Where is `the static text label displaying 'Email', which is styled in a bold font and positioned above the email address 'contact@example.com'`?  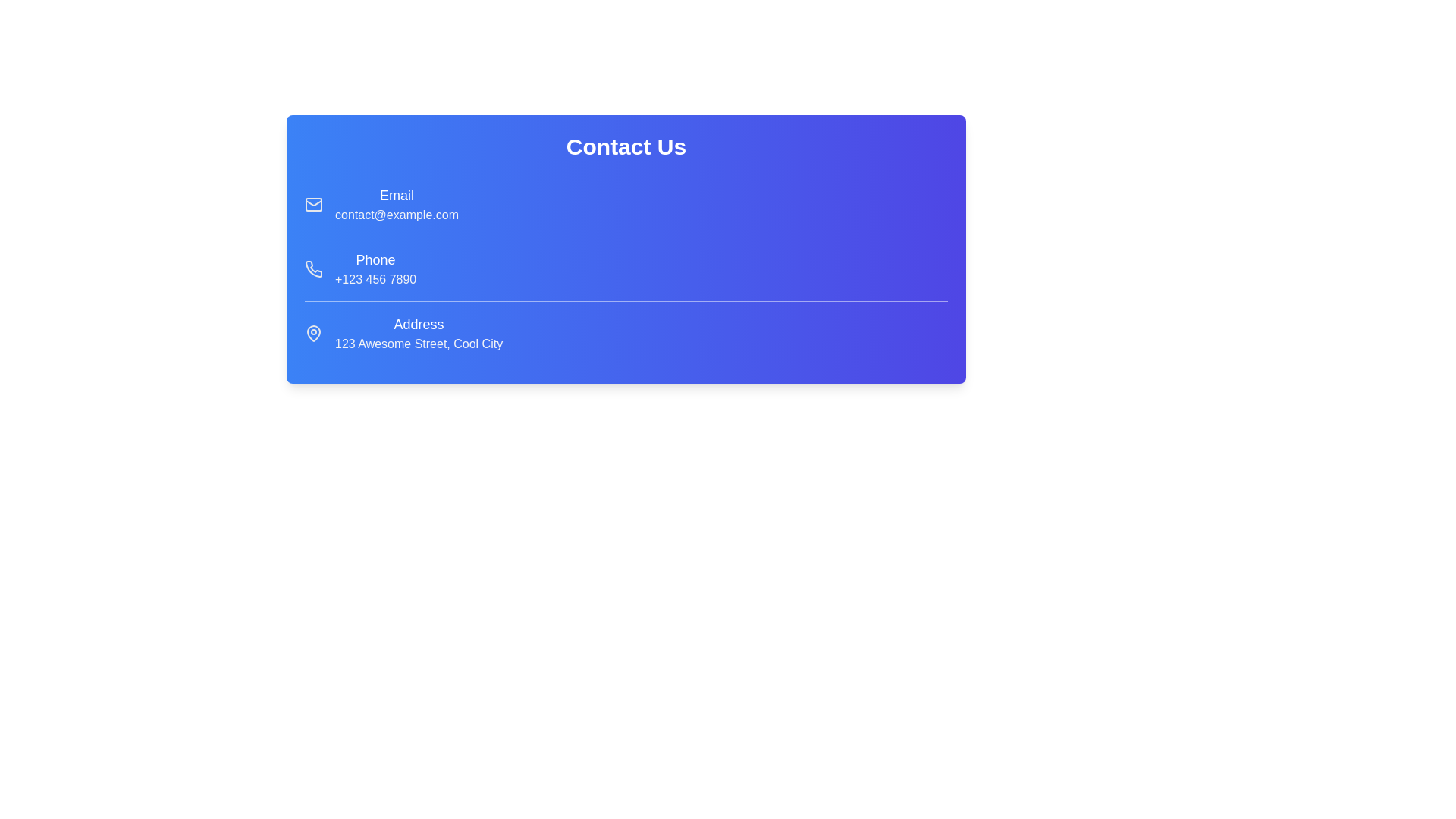 the static text label displaying 'Email', which is styled in a bold font and positioned above the email address 'contact@example.com' is located at coordinates (397, 195).